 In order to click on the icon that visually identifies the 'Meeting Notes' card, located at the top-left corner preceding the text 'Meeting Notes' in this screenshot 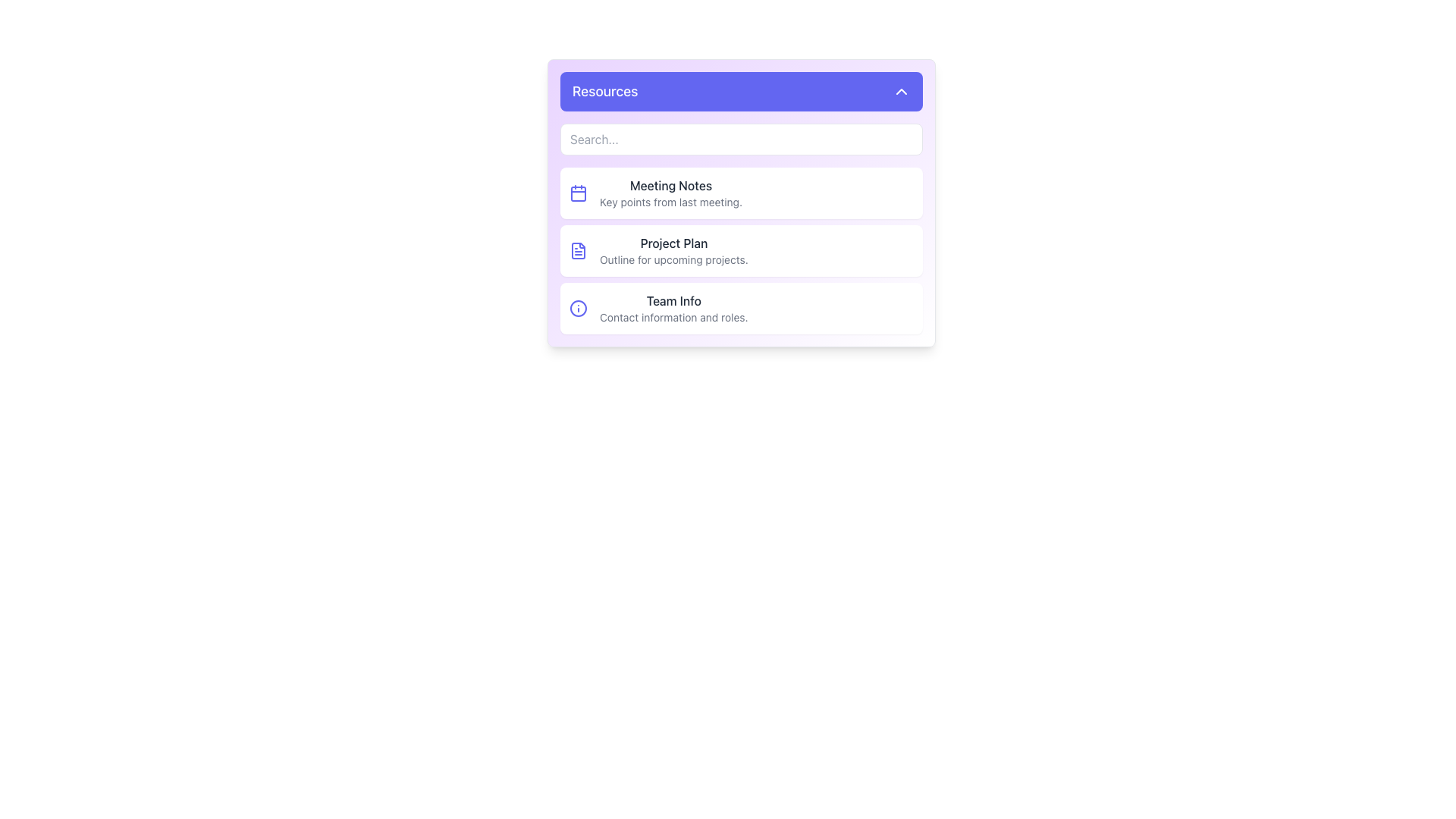, I will do `click(578, 192)`.